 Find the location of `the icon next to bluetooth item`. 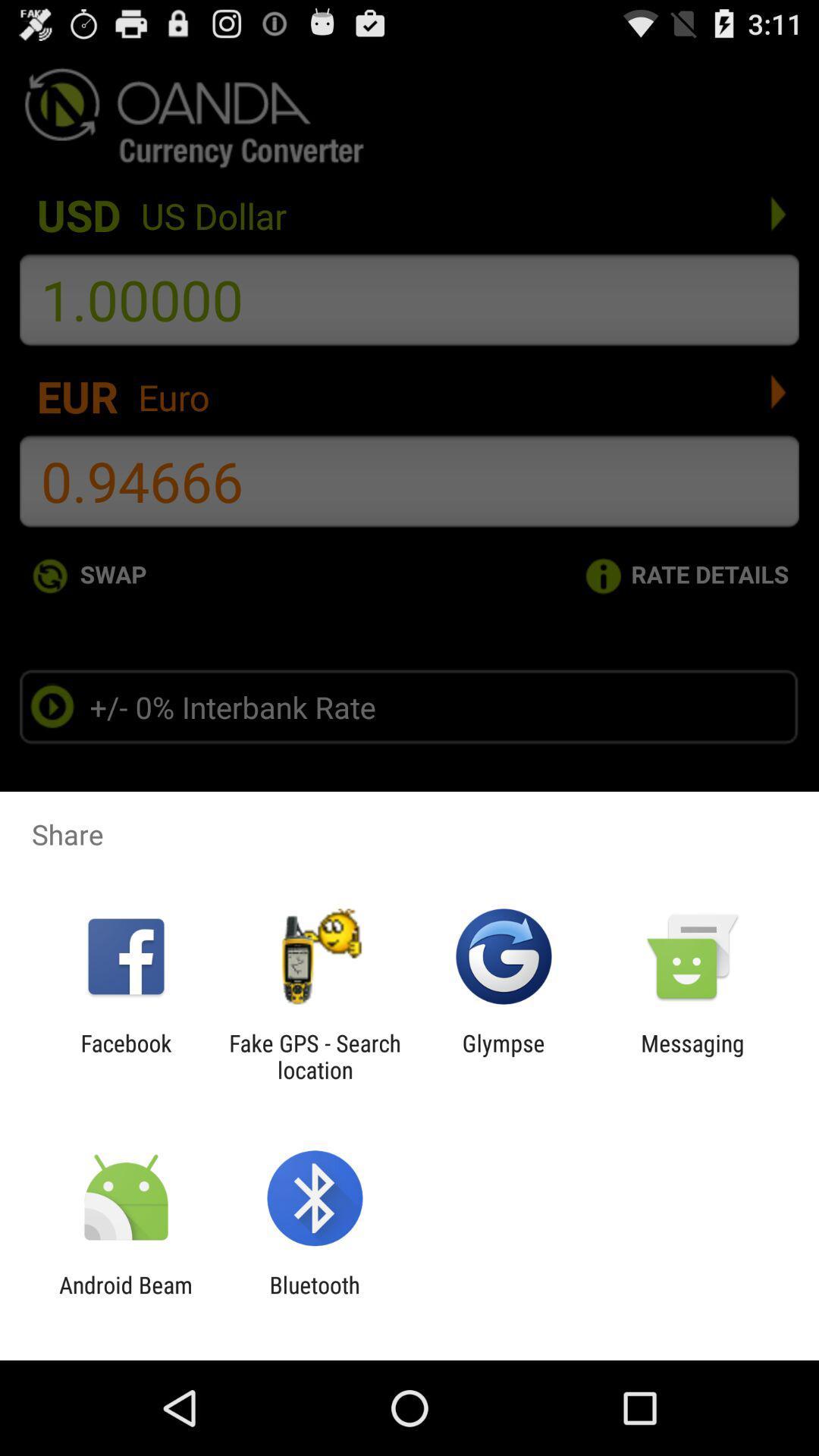

the icon next to bluetooth item is located at coordinates (125, 1298).